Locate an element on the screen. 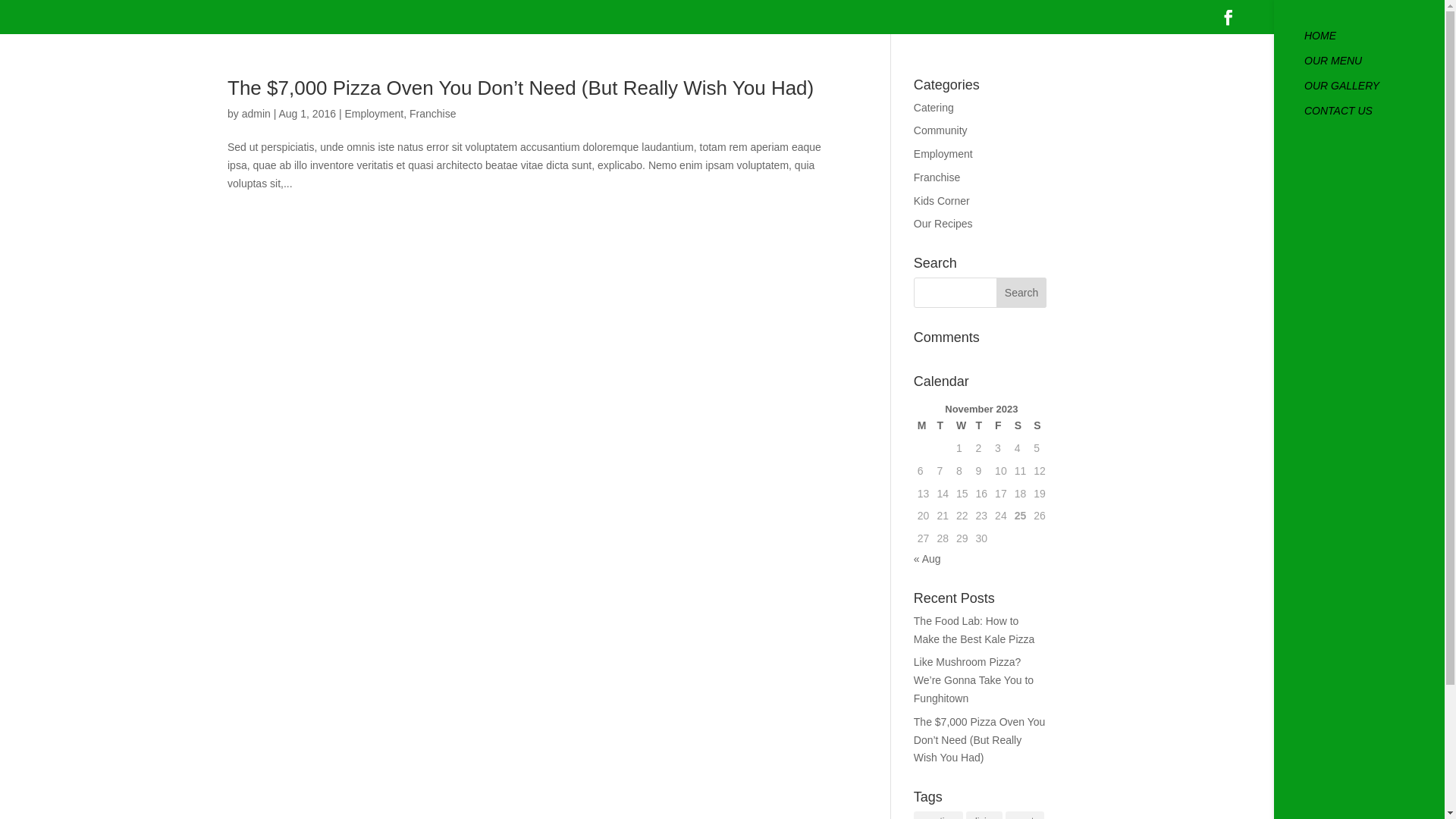 This screenshot has width=1456, height=819. 'CONTACT US' is located at coordinates (1374, 117).